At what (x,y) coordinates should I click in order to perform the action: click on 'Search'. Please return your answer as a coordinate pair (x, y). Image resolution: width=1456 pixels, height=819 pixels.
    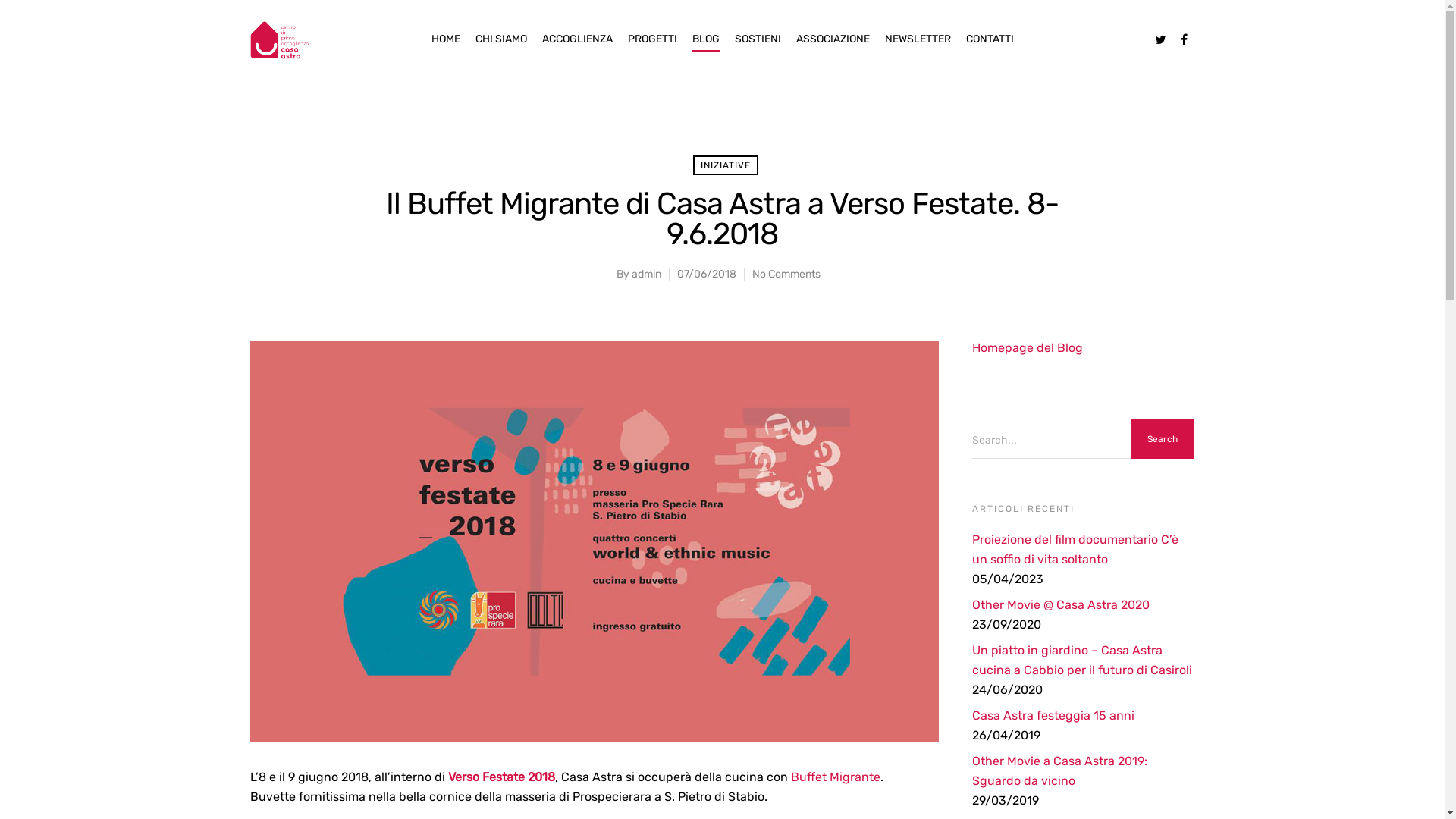
    Looking at the image, I should click on (1161, 438).